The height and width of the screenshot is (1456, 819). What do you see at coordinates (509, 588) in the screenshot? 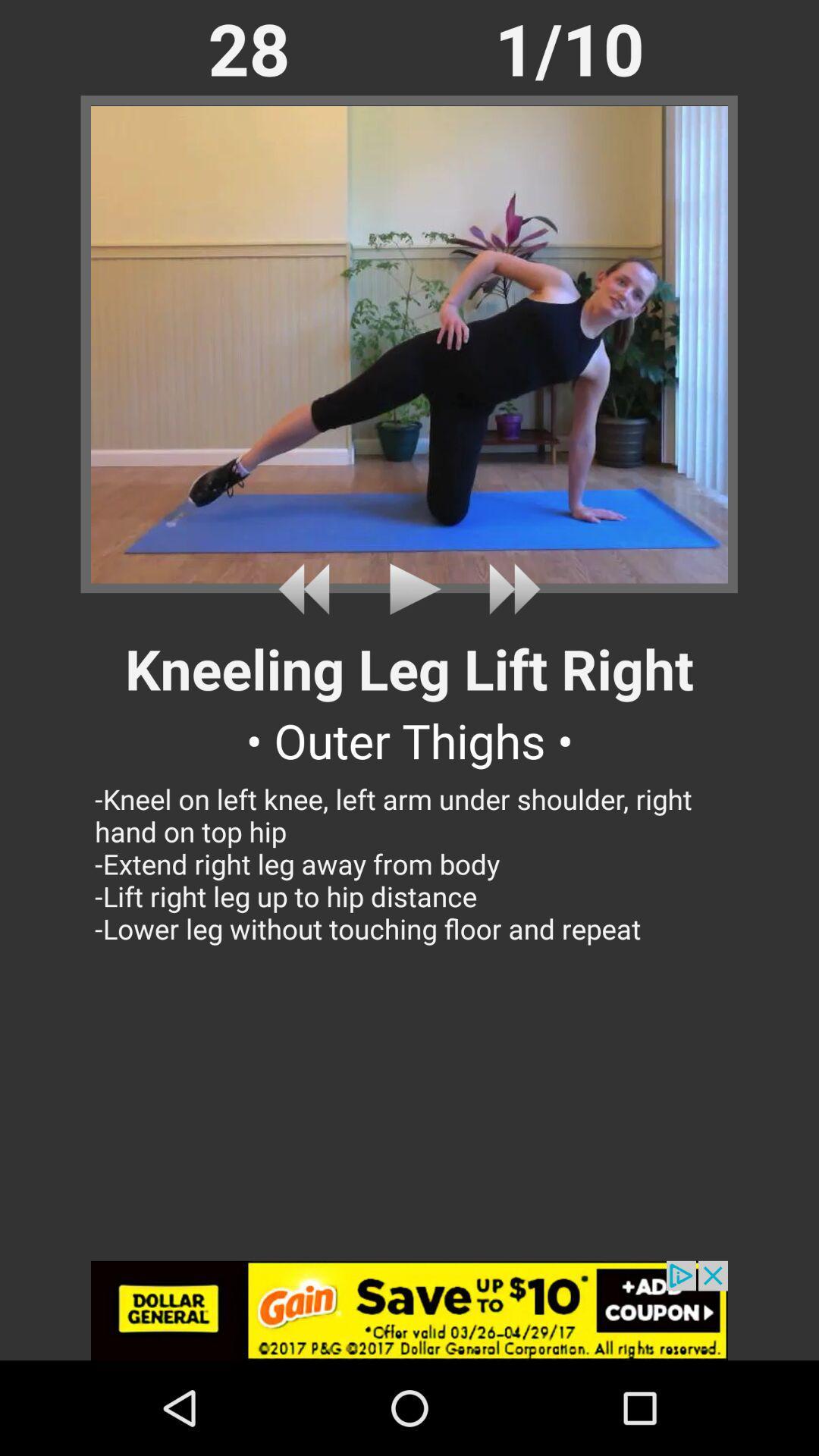
I see `next option` at bounding box center [509, 588].